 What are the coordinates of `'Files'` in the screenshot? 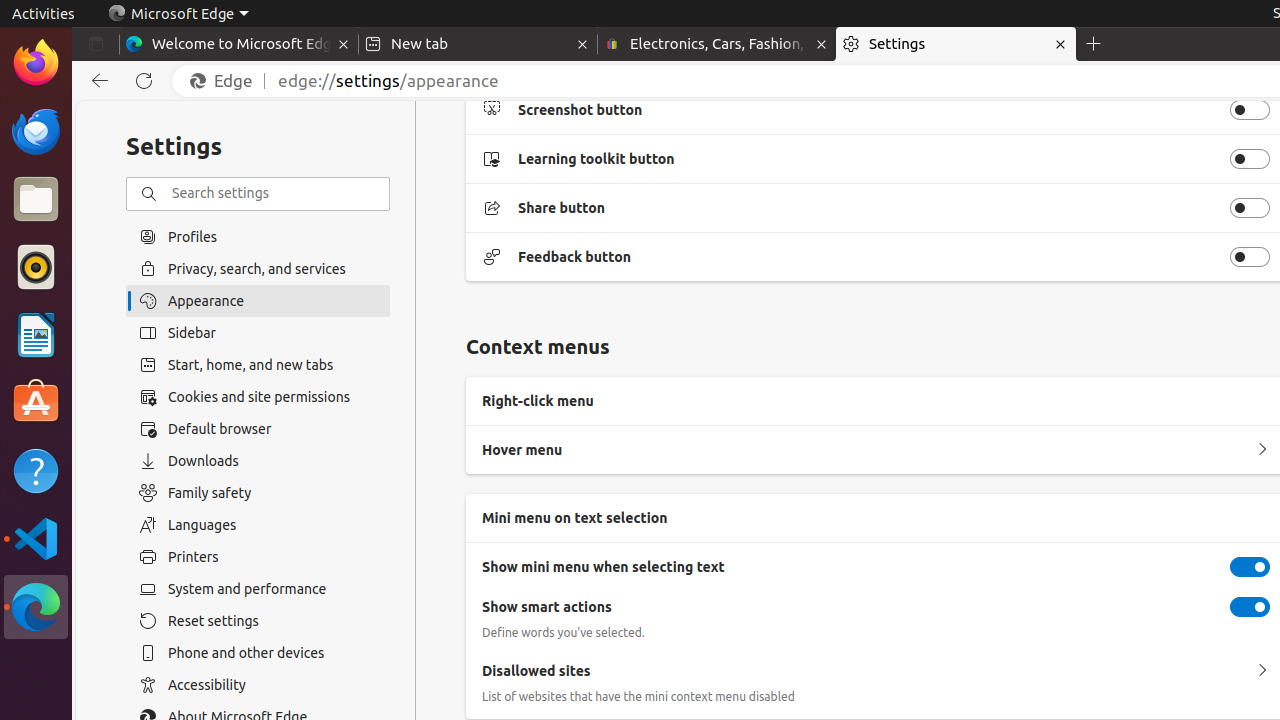 It's located at (35, 199).